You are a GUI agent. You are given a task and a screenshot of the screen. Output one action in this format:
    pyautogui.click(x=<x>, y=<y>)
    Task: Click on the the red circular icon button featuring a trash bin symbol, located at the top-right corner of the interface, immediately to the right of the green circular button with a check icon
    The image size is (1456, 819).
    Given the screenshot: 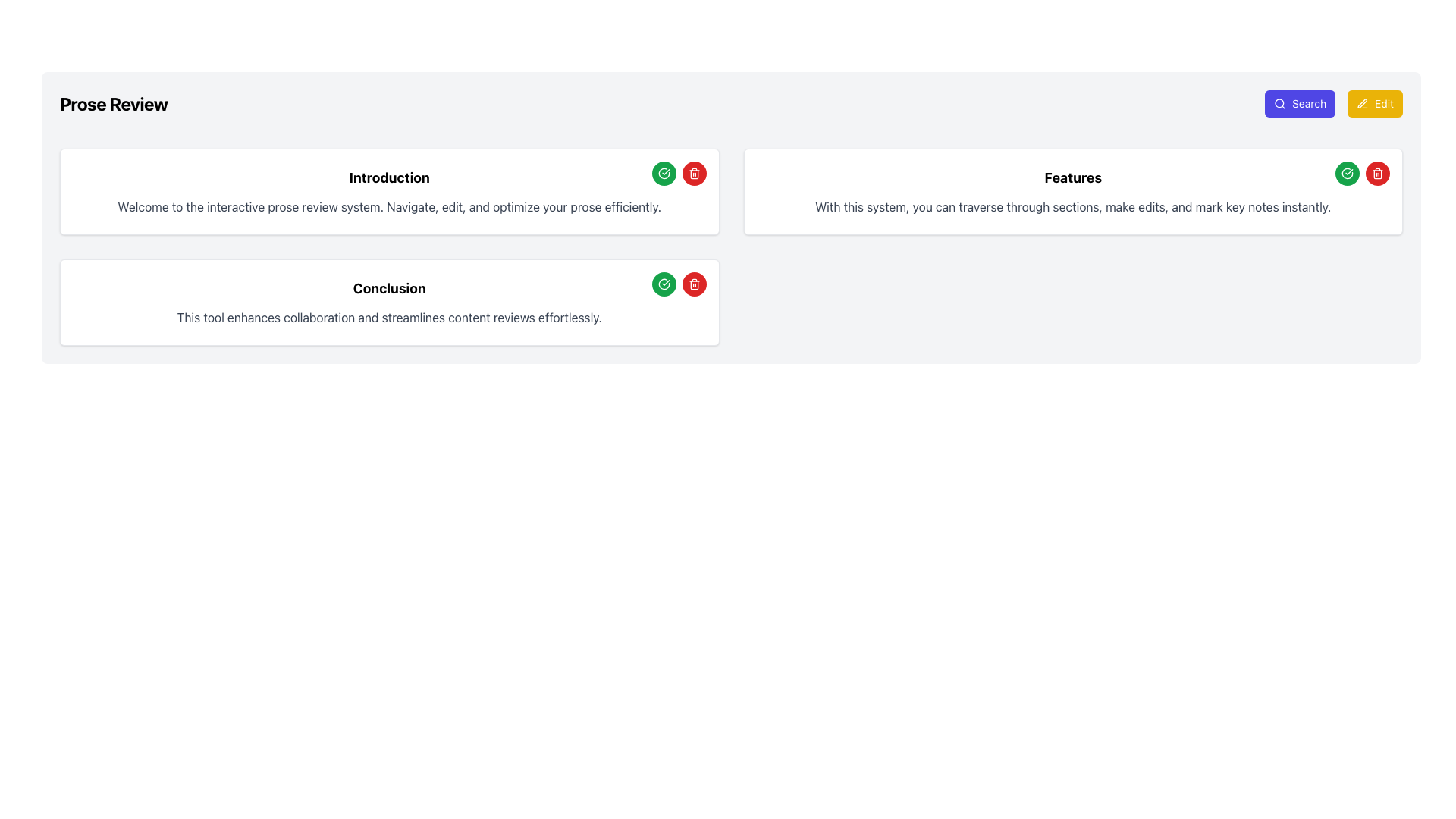 What is the action you would take?
    pyautogui.click(x=693, y=172)
    